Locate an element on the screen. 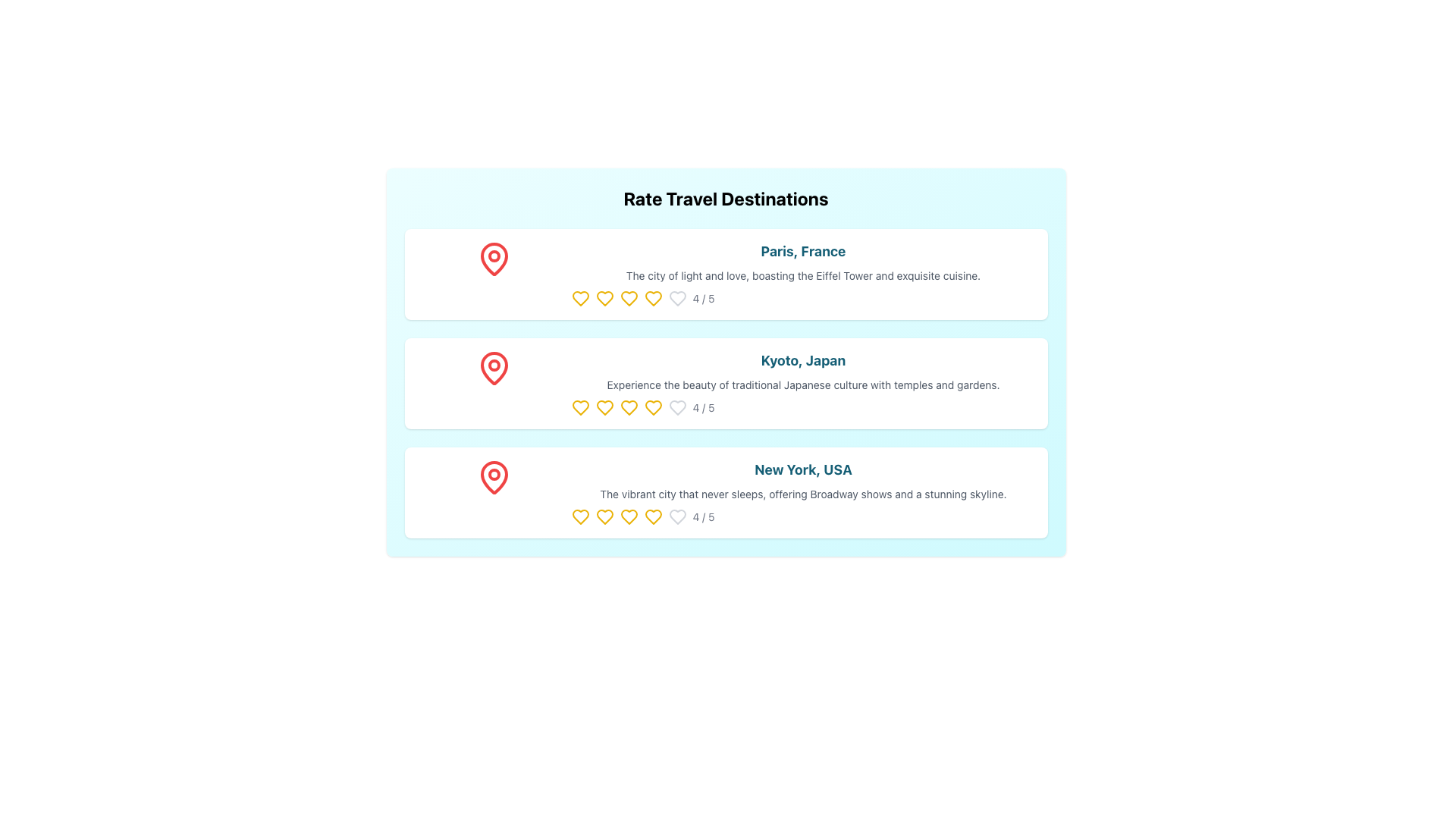  the second yellow outlined heart icon in the rating section below '4 / 5' is located at coordinates (604, 516).